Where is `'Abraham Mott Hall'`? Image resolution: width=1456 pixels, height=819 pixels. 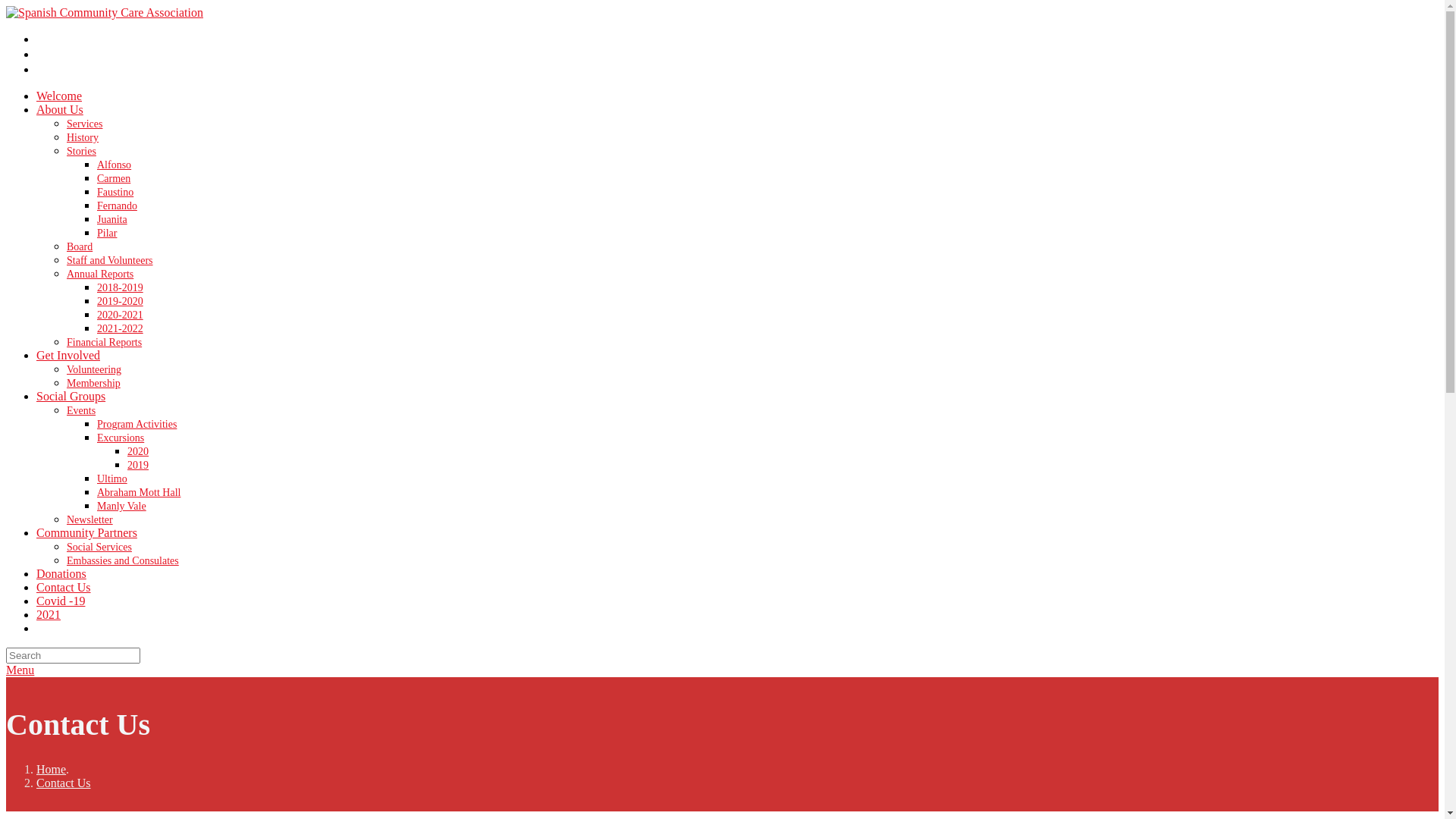 'Abraham Mott Hall' is located at coordinates (138, 492).